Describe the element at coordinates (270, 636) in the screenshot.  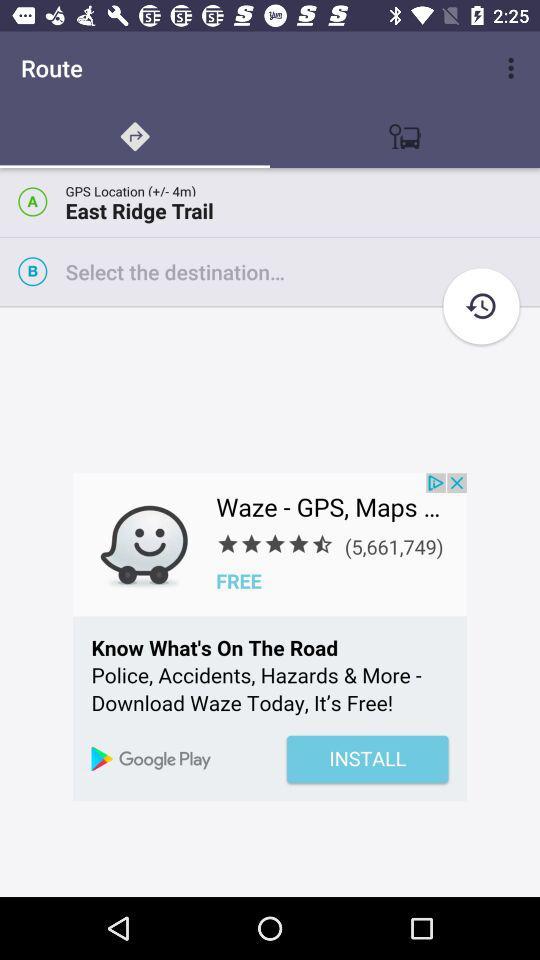
I see `advertisement link` at that location.